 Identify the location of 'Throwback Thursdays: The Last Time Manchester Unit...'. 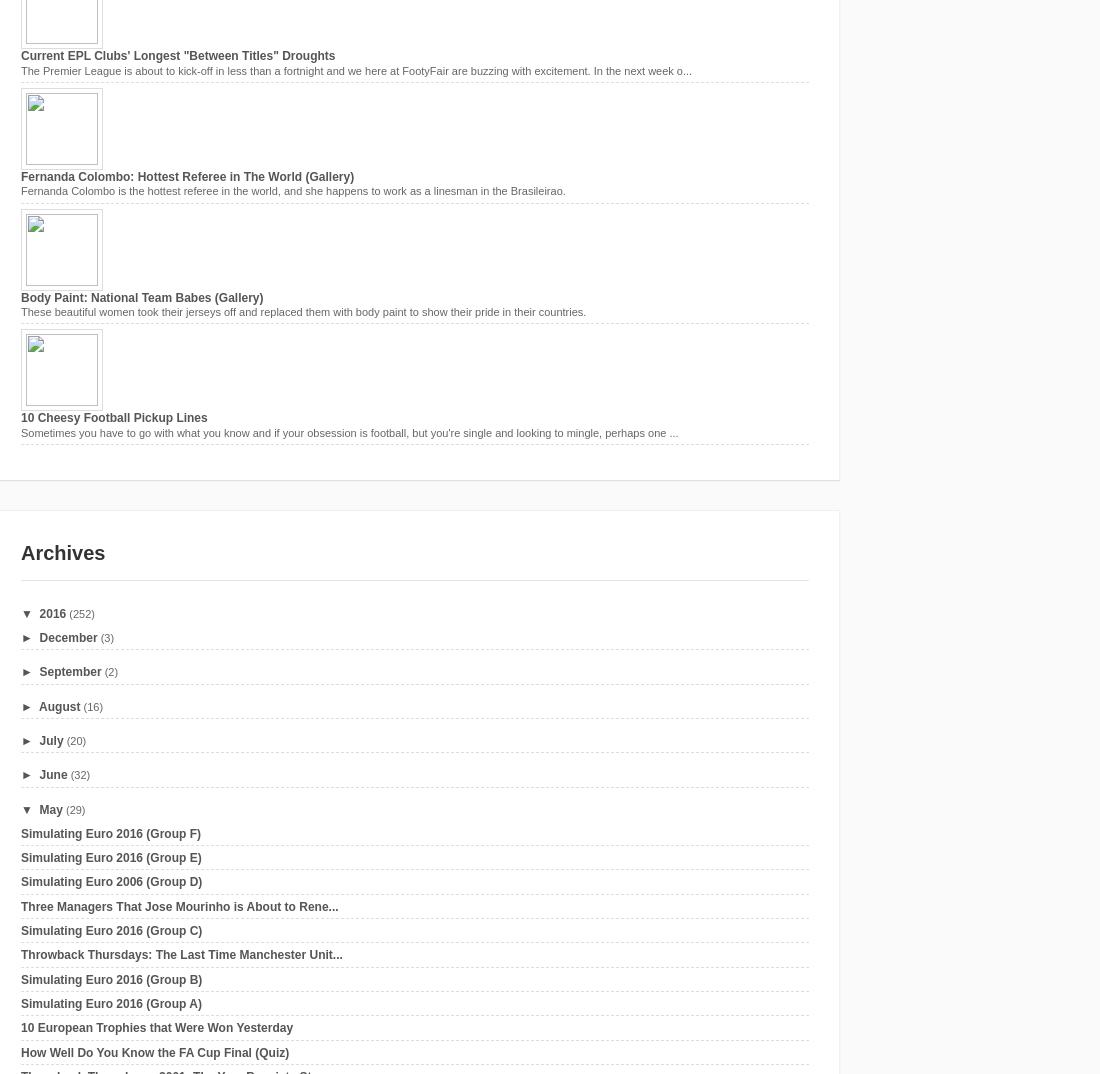
(180, 955).